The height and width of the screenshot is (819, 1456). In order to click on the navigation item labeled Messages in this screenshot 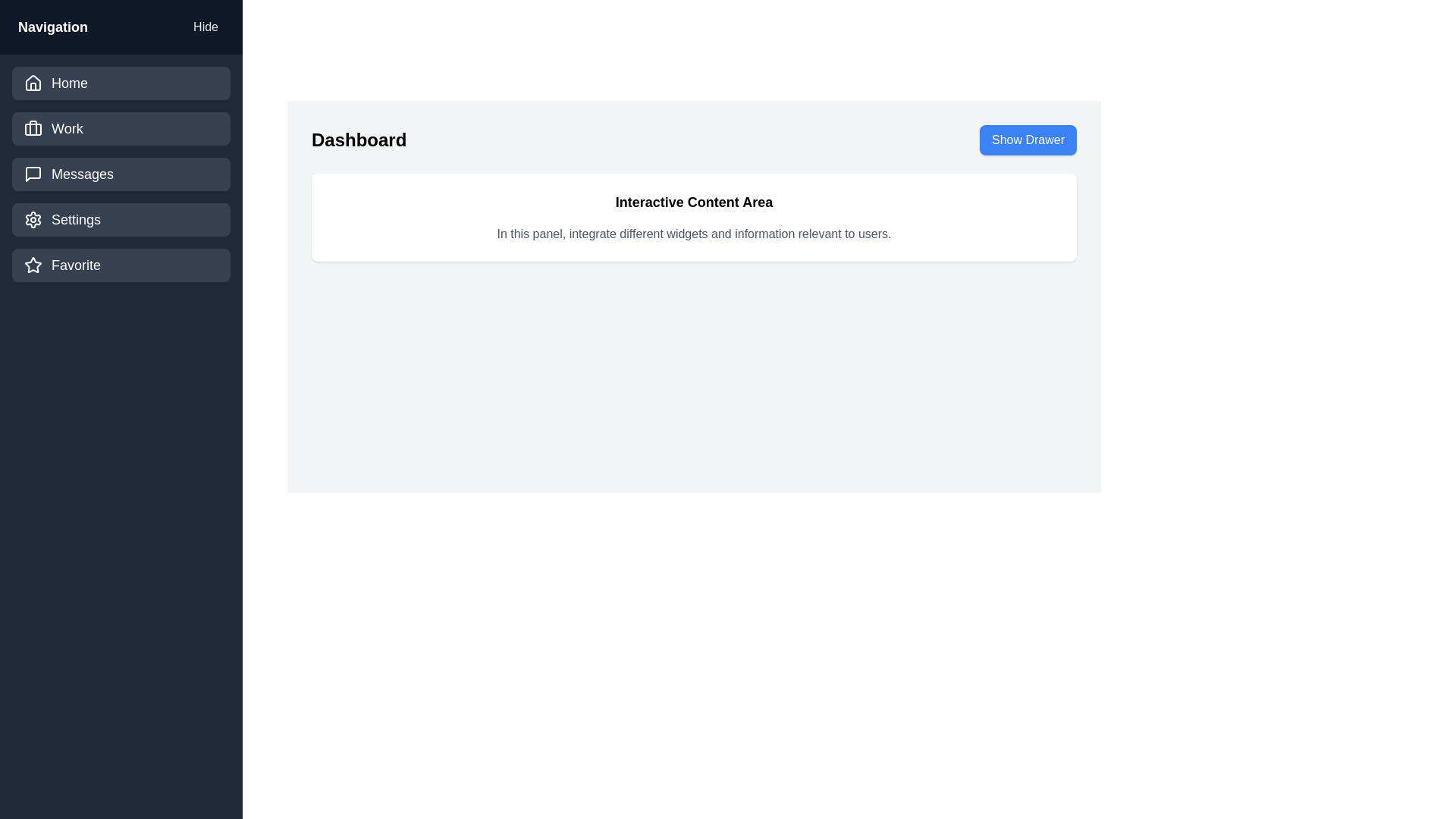, I will do `click(120, 174)`.